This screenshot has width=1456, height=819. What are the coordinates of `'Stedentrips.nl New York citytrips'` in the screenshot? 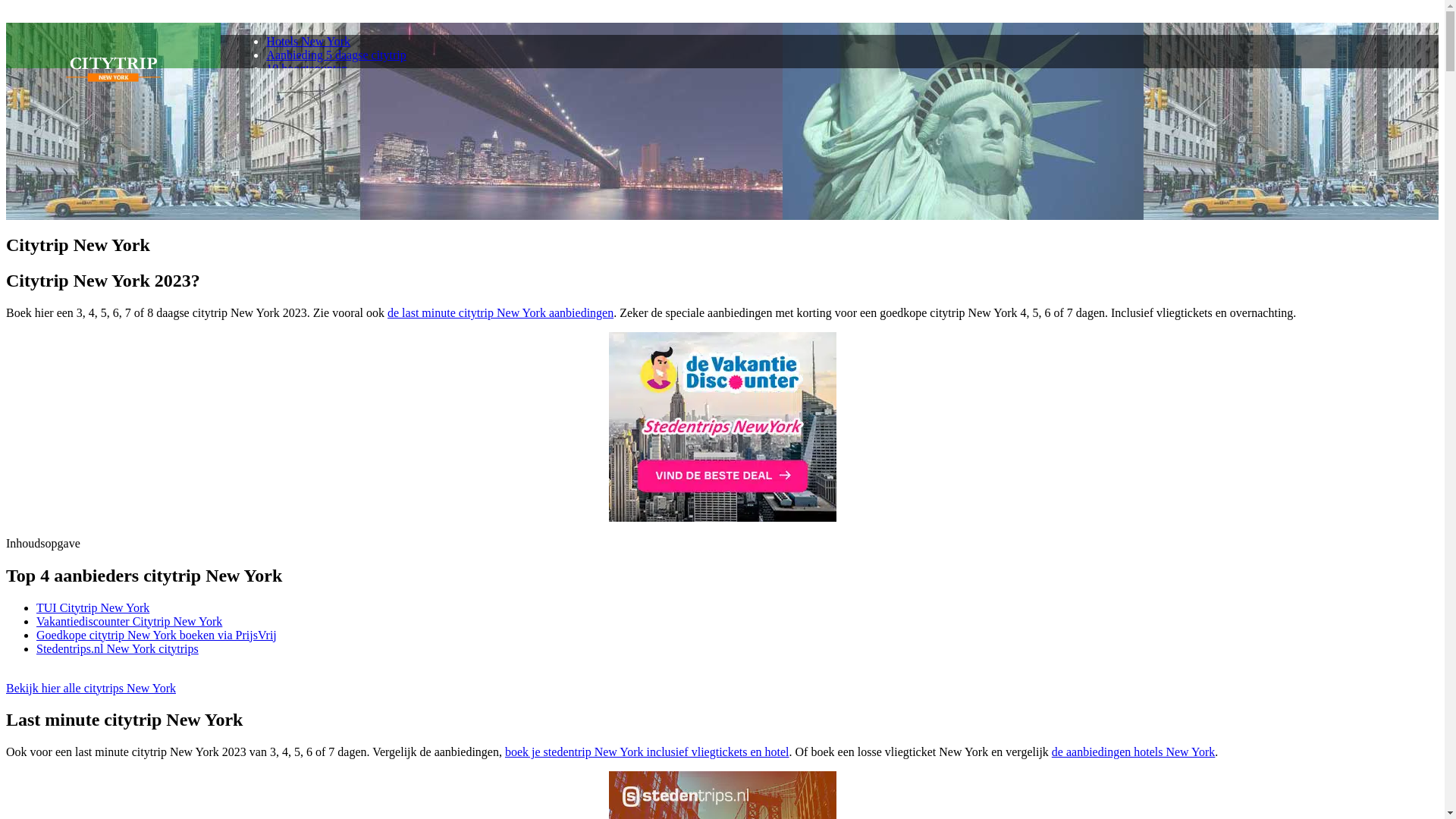 It's located at (116, 648).